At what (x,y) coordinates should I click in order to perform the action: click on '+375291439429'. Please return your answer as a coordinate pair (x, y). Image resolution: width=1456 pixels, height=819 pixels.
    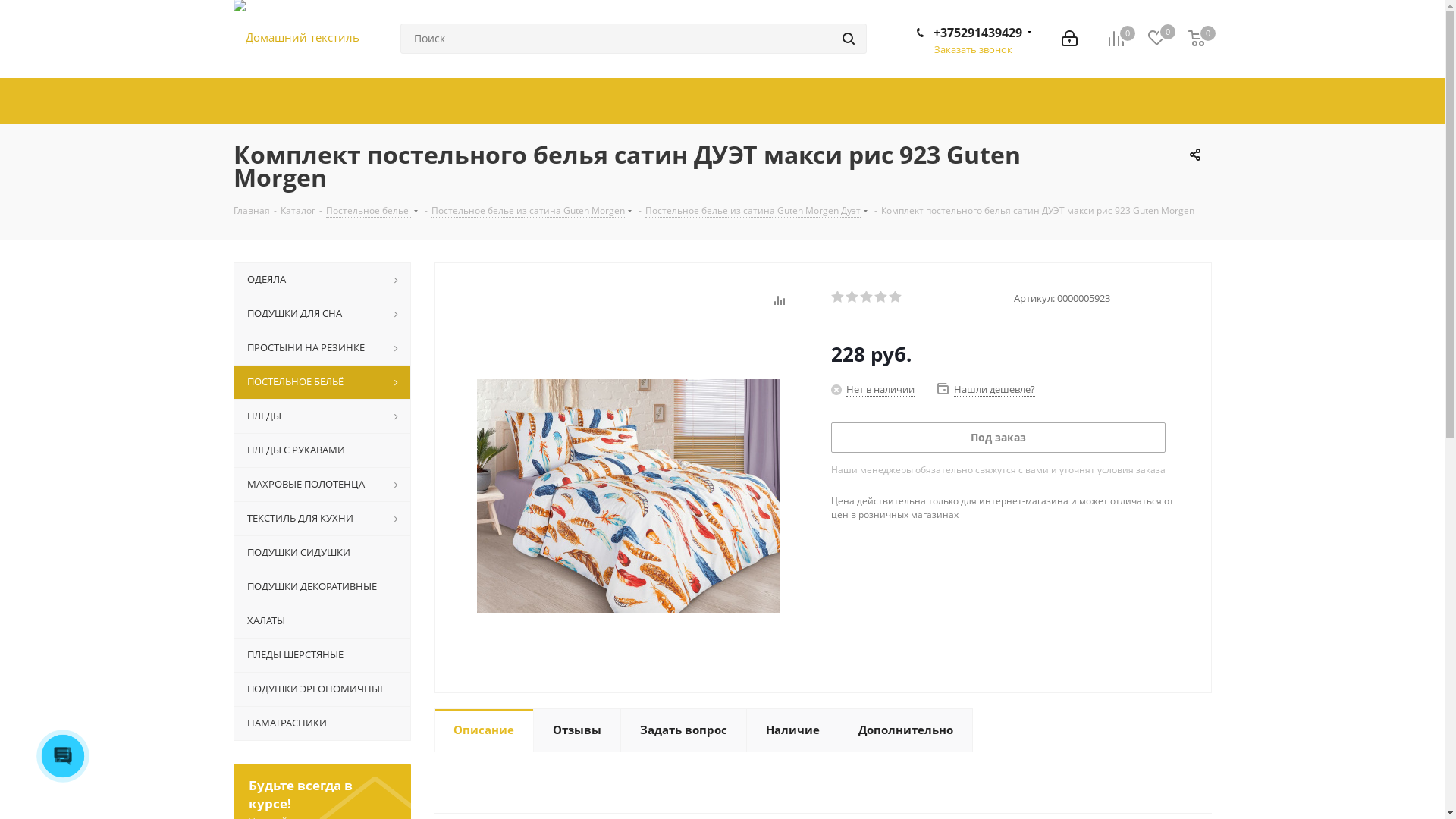
    Looking at the image, I should click on (977, 32).